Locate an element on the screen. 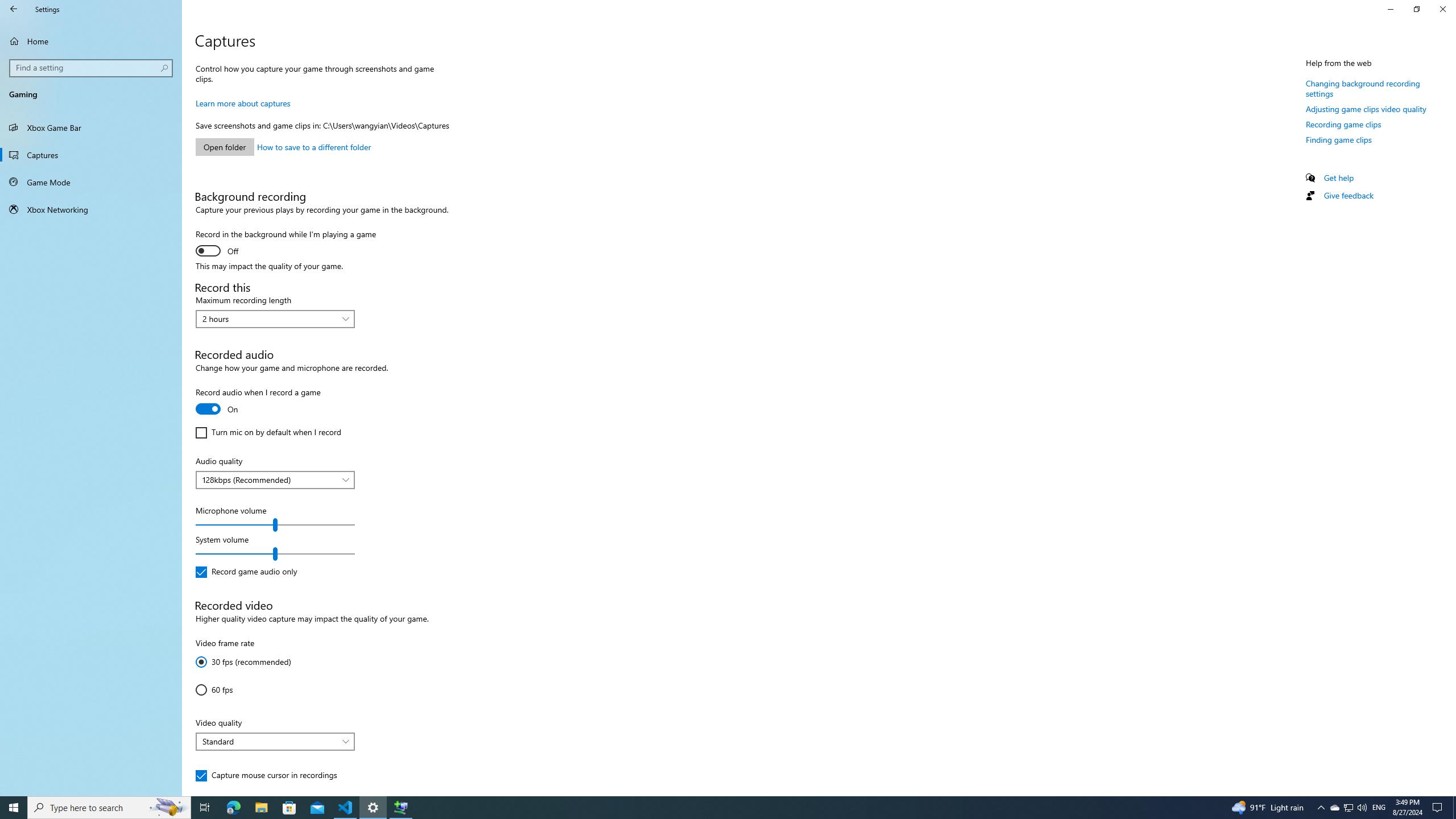 This screenshot has width=1456, height=819. 'Open folder' is located at coordinates (225, 146).